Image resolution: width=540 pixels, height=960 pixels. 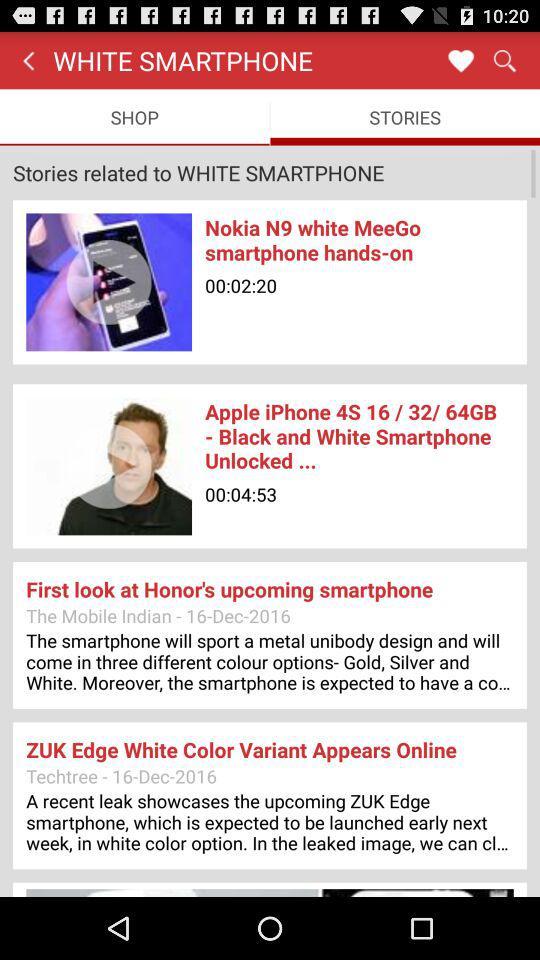 What do you see at coordinates (460, 59) in the screenshot?
I see `the item to the right of white smartphone` at bounding box center [460, 59].